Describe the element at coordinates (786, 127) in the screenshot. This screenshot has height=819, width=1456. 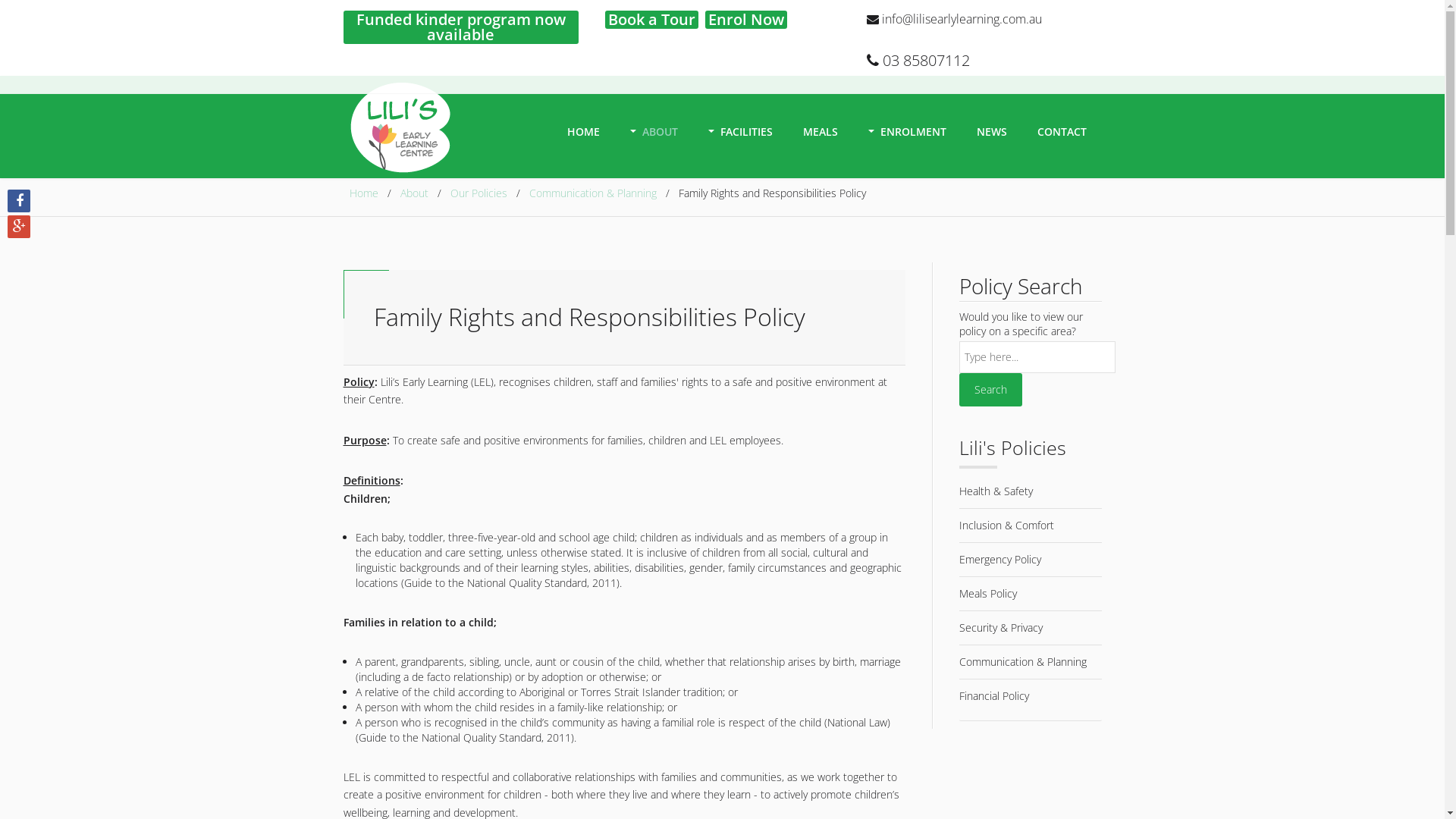
I see `'MEALS'` at that location.